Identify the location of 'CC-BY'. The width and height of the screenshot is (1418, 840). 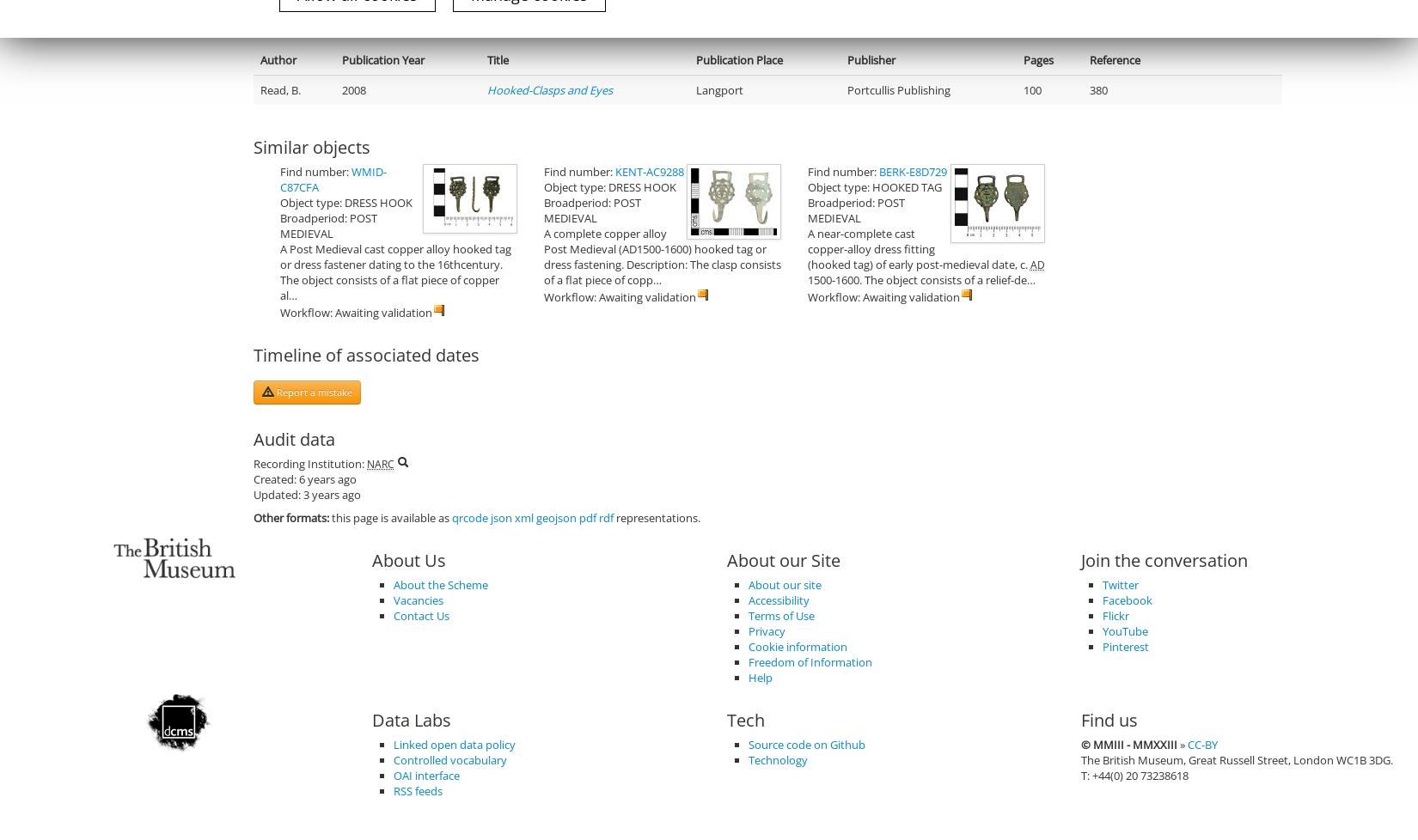
(1201, 743).